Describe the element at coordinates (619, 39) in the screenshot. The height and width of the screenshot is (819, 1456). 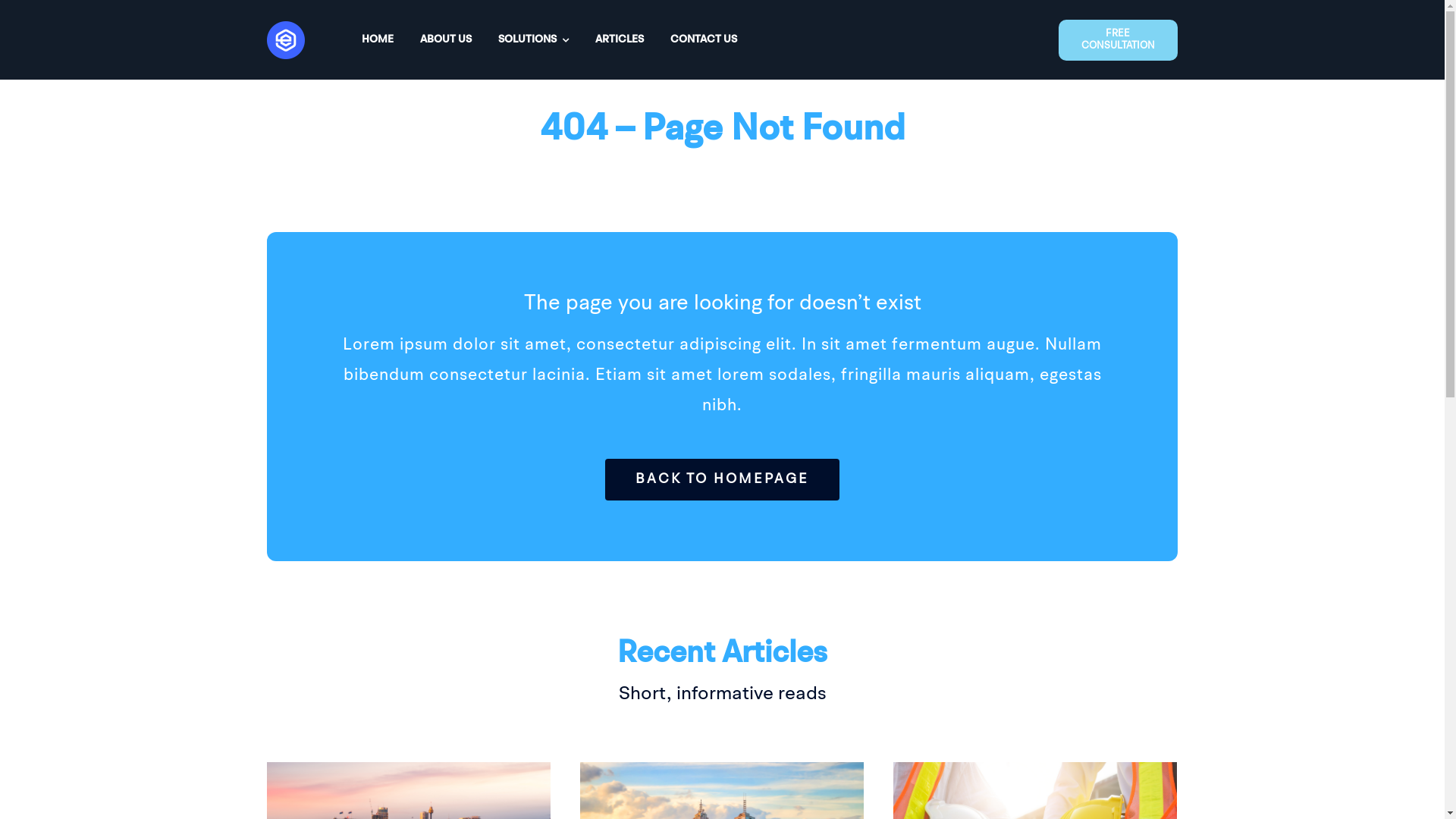
I see `'ARTICLES'` at that location.